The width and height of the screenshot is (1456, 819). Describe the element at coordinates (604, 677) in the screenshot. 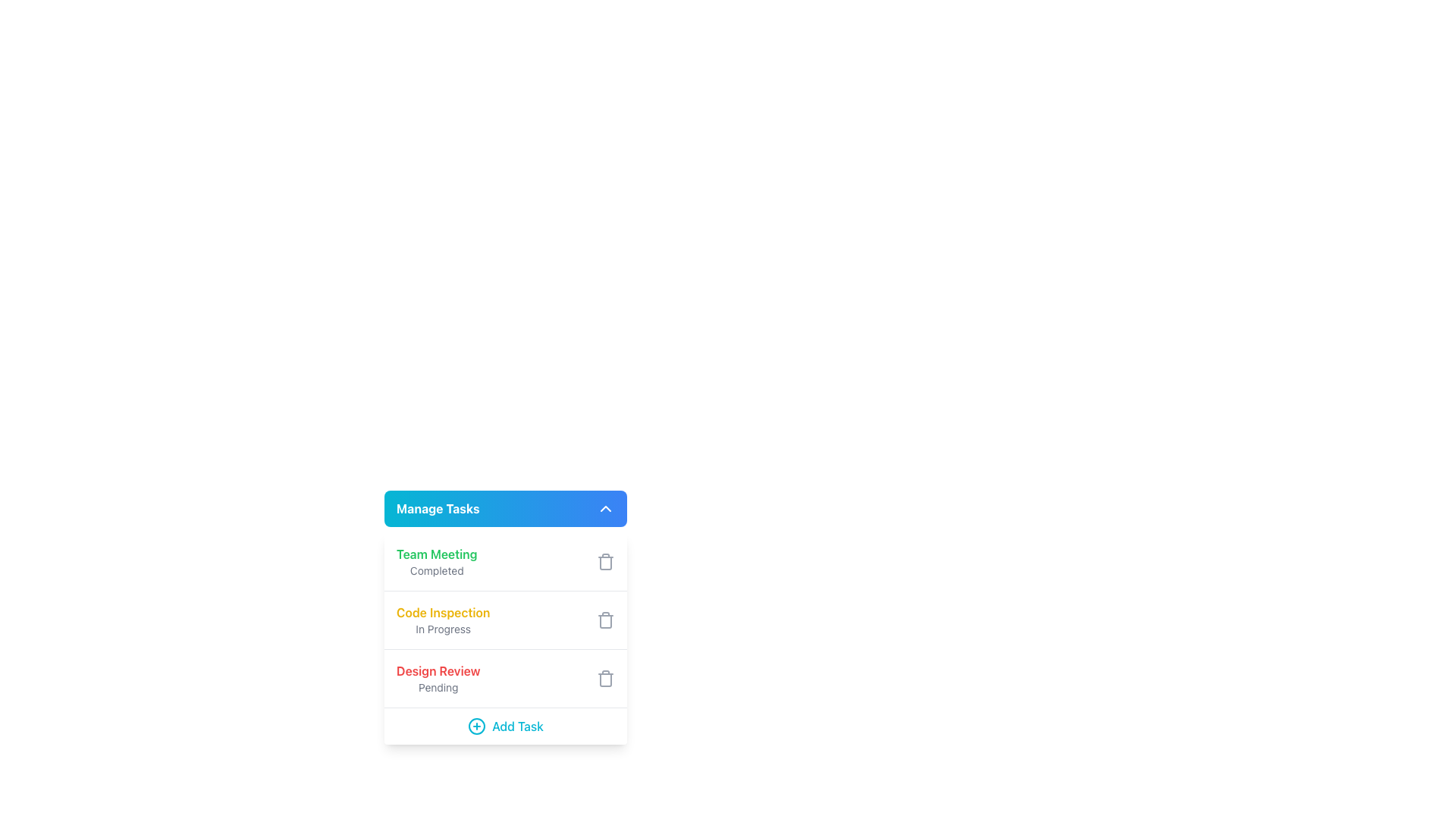

I see `the trash bin icon button located on the right side of the 'Design Review' row with the sub-label 'Pending' to change its color from gray to red` at that location.